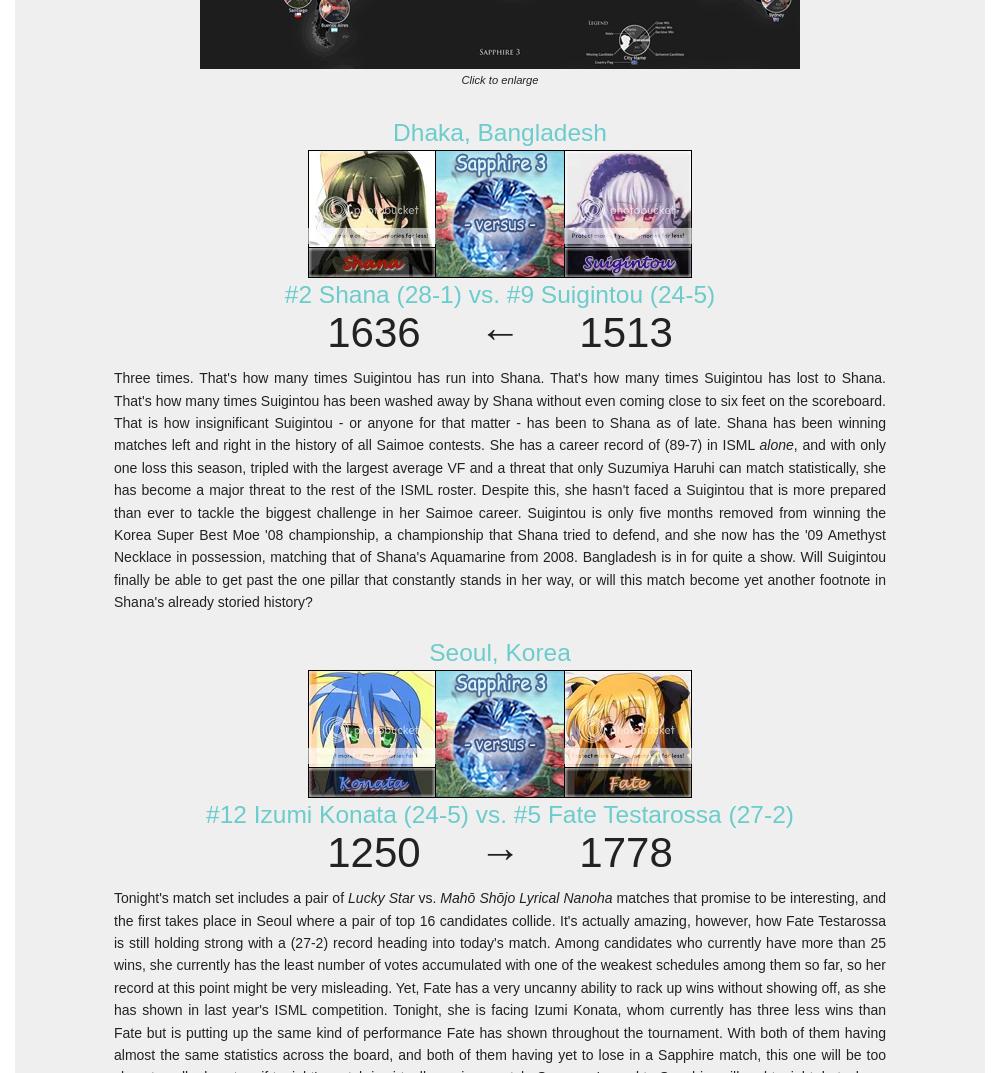 The width and height of the screenshot is (1000, 1073). Describe the element at coordinates (427, 897) in the screenshot. I see `'vs.'` at that location.